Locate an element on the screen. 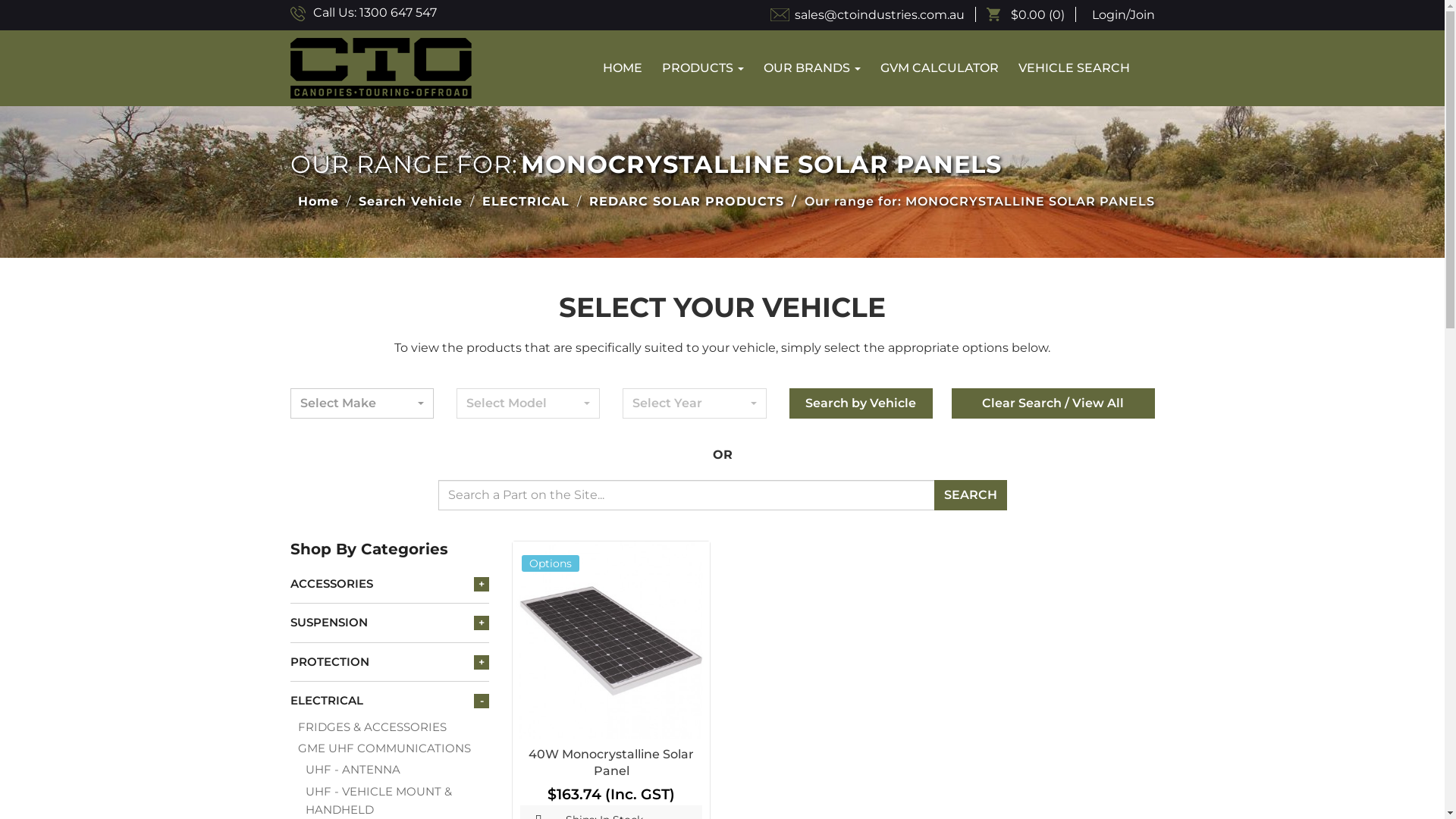  '40W Monocrystalline Solar Panel' is located at coordinates (611, 762).